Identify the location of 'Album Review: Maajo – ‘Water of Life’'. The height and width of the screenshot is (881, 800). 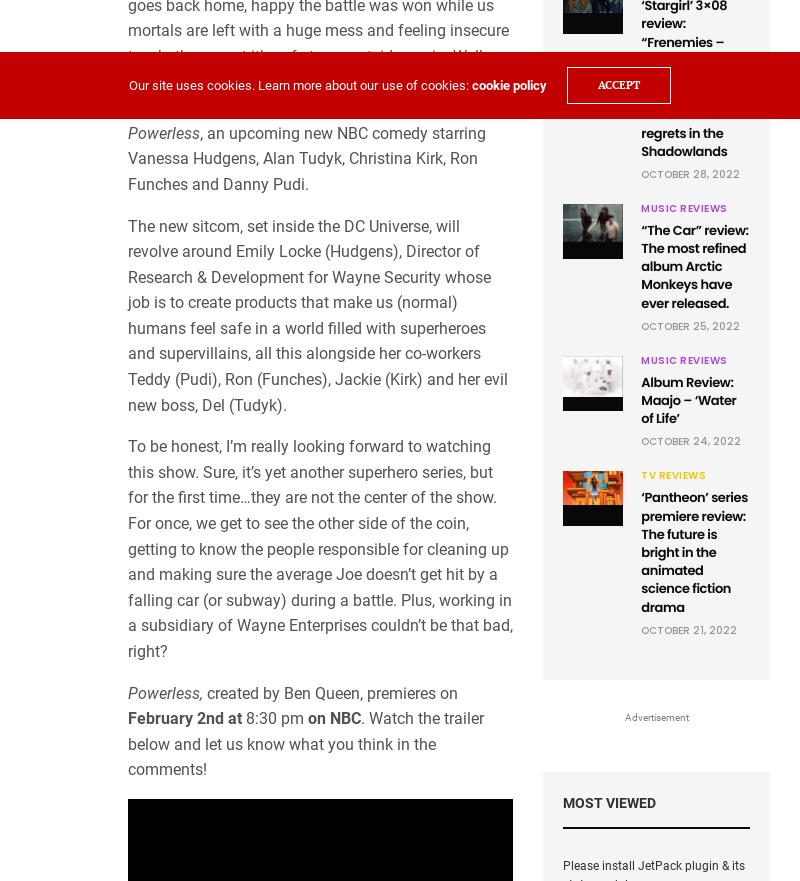
(688, 399).